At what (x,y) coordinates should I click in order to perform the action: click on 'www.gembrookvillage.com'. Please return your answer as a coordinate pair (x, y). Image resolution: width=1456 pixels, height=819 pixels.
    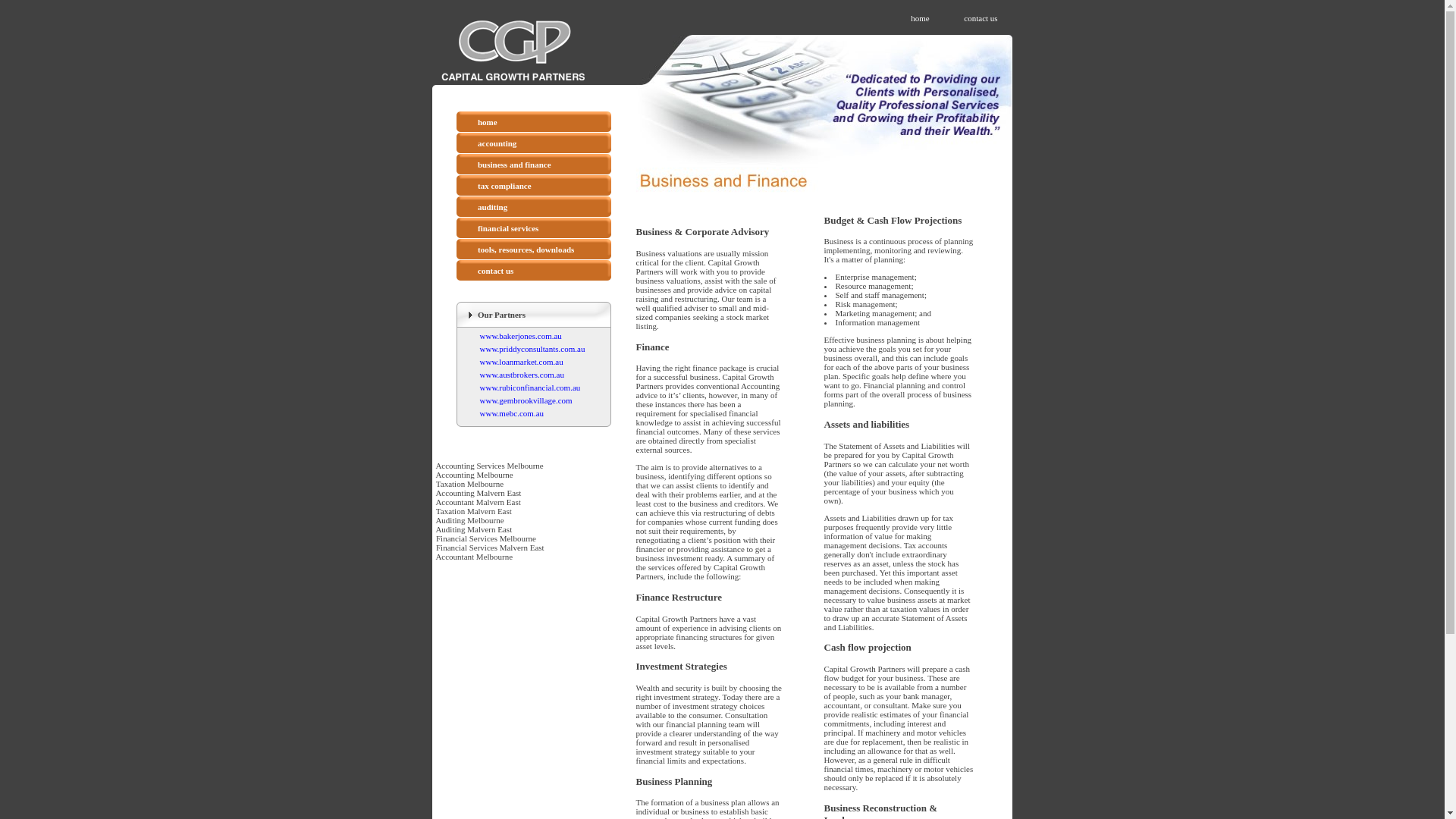
    Looking at the image, I should click on (525, 400).